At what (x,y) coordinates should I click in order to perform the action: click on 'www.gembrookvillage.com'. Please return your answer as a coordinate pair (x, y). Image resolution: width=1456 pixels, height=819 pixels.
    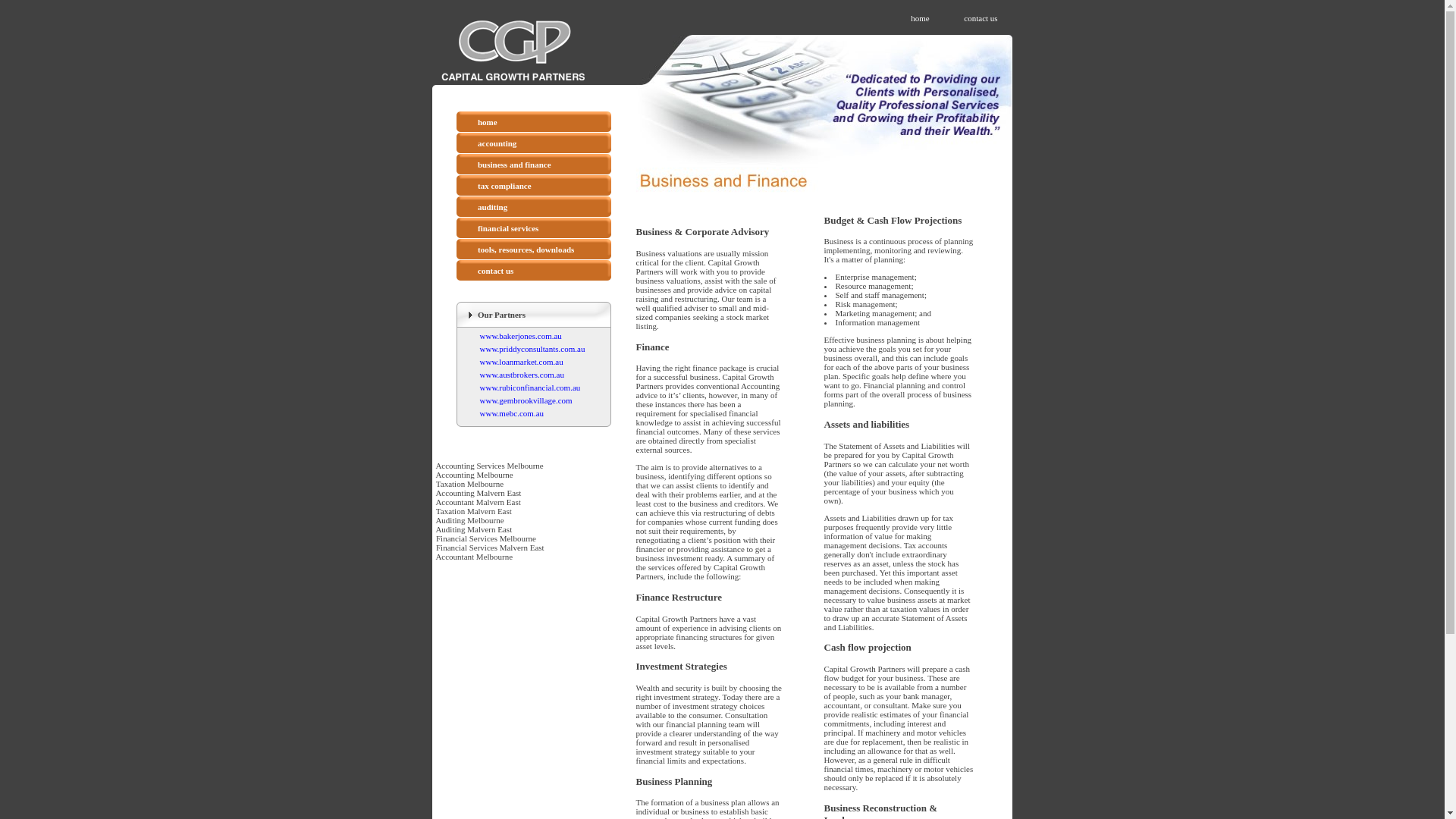
    Looking at the image, I should click on (525, 400).